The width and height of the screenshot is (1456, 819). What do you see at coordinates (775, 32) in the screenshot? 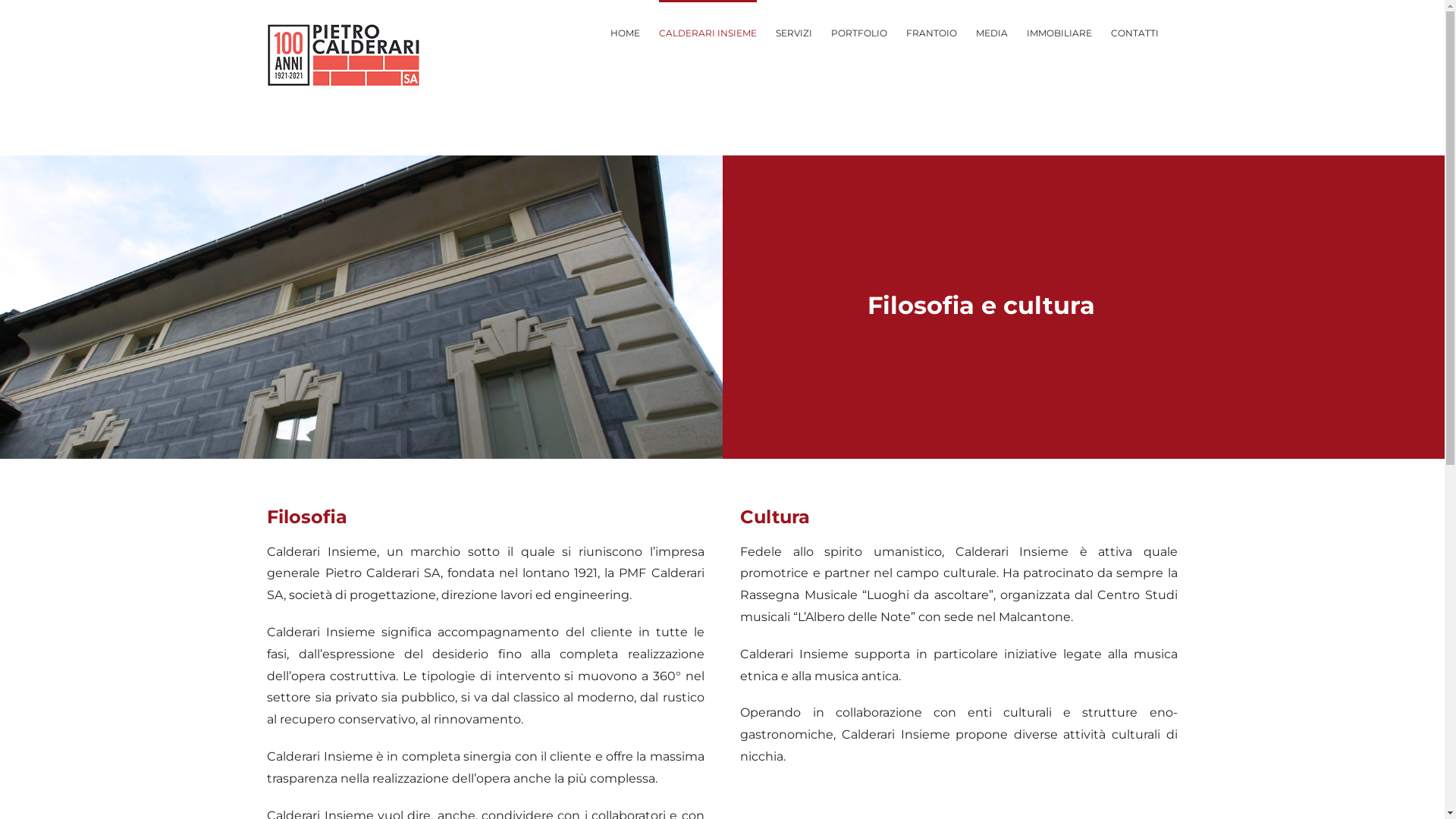
I see `'SERVIZI'` at bounding box center [775, 32].